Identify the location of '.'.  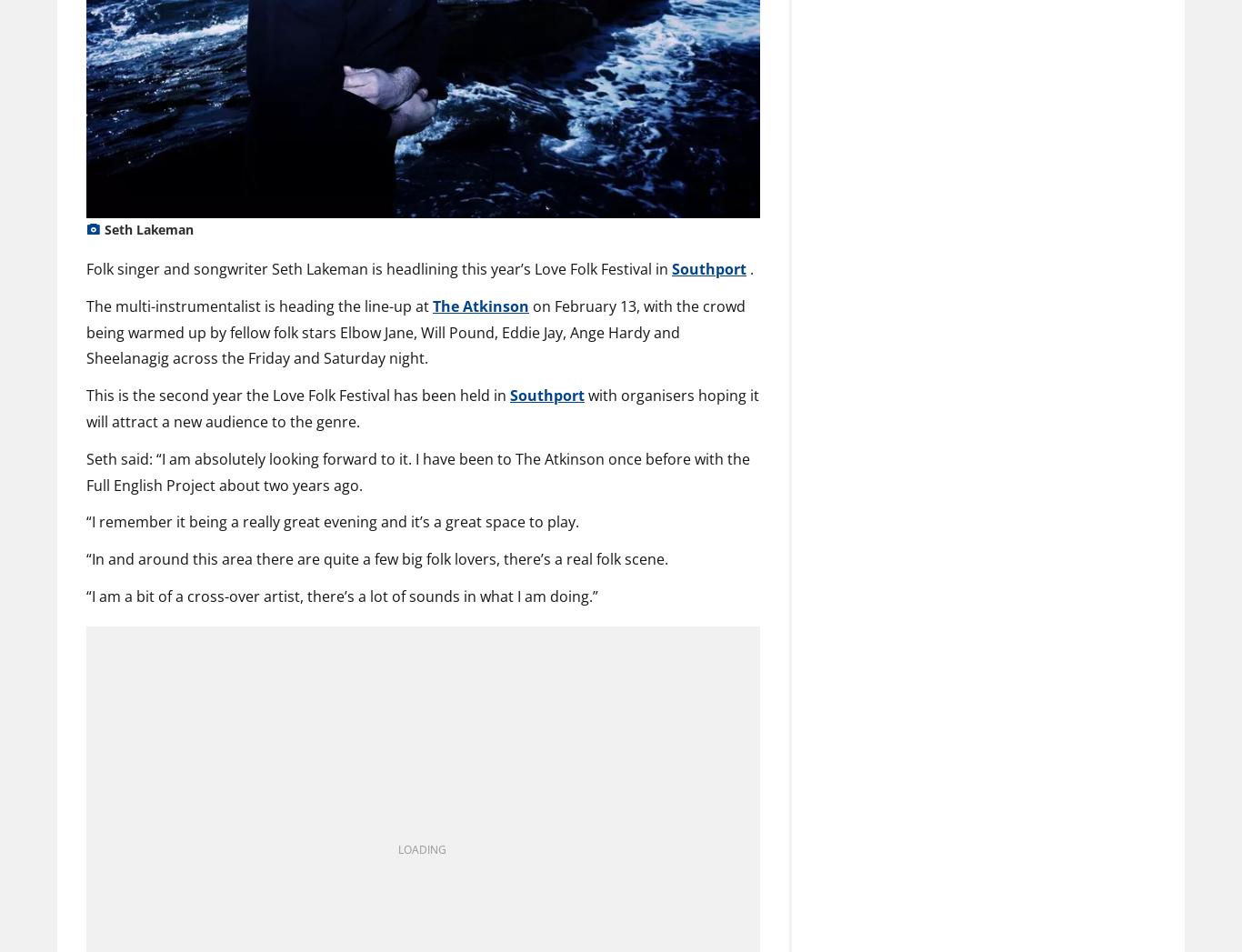
(749, 267).